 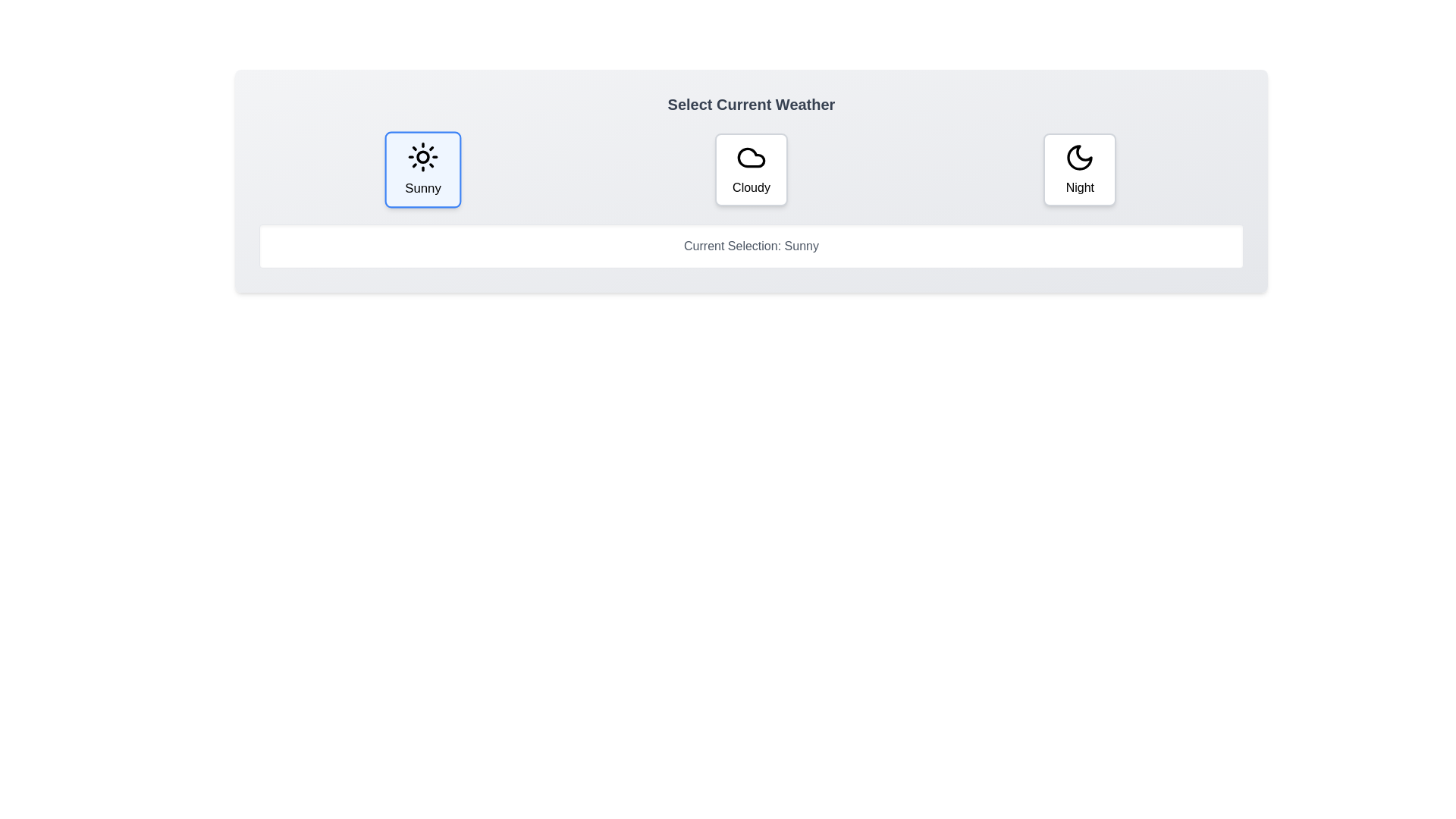 I want to click on the weather button labeled Night to observe the hover effect, so click(x=1078, y=169).